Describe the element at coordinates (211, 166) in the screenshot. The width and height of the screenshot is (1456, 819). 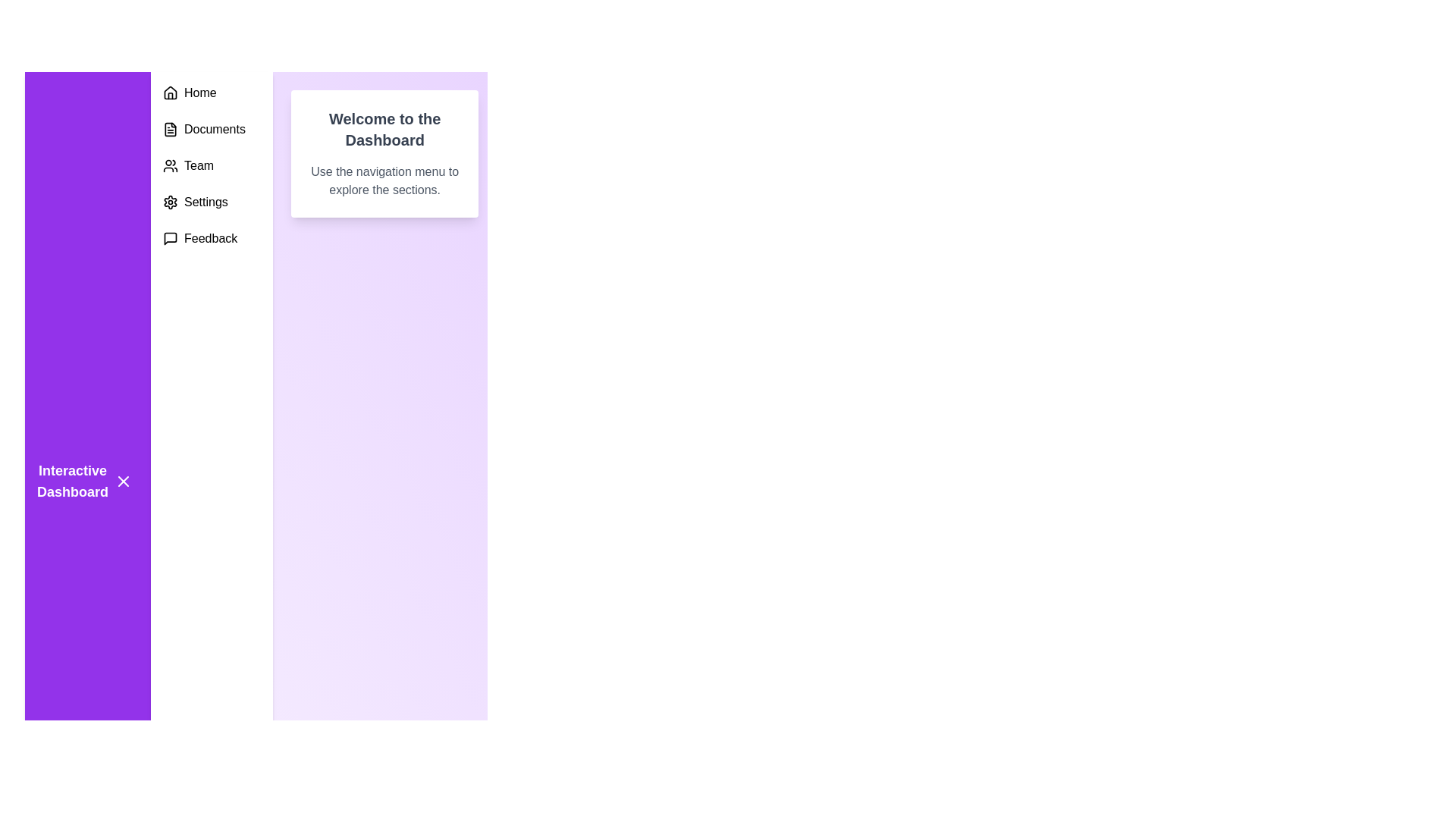
I see `the Navigation menu located in the upper-left section of the UI` at that location.